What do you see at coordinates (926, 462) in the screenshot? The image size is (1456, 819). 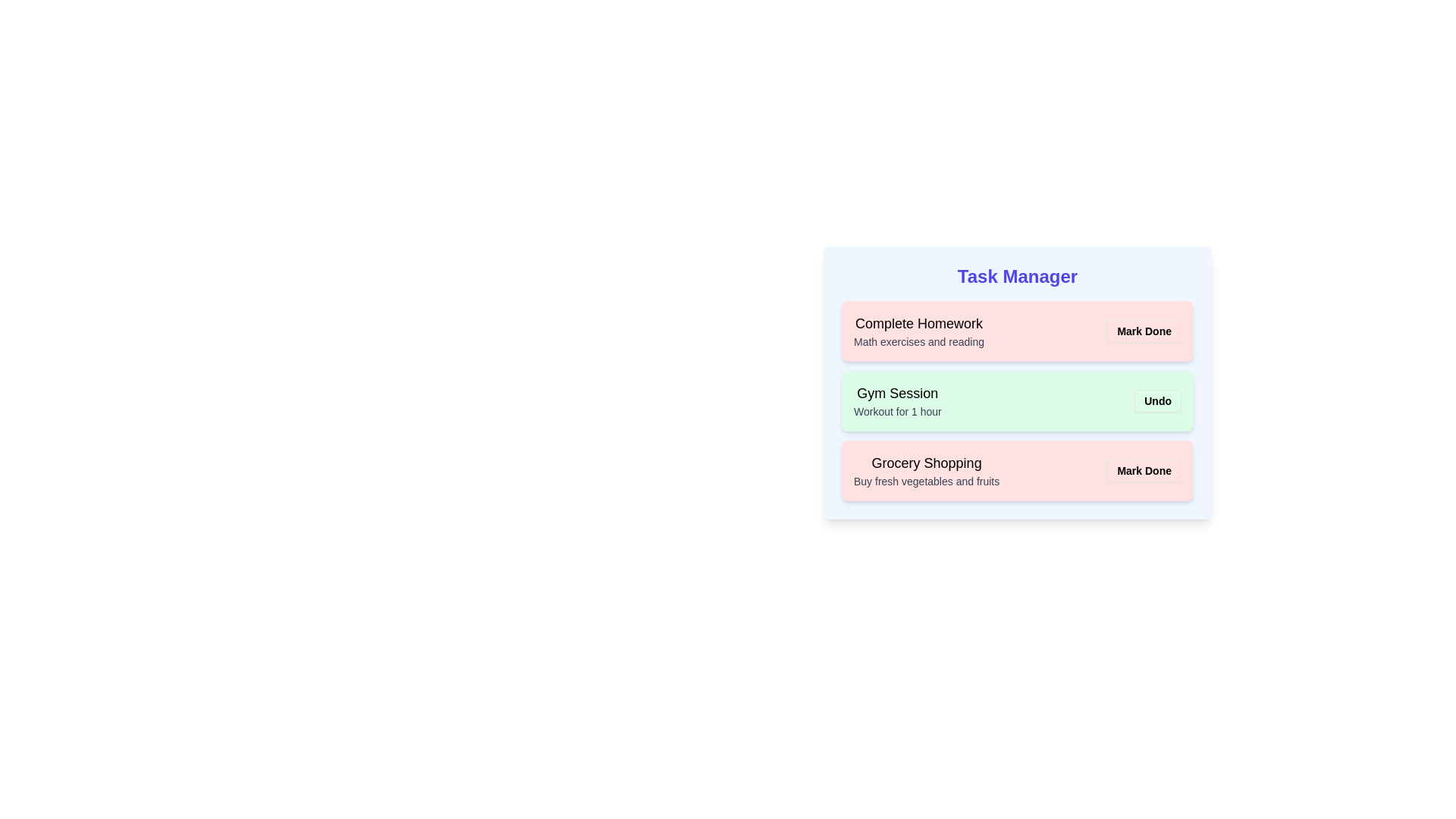 I see `the task title Grocery Shopping in the task list` at bounding box center [926, 462].